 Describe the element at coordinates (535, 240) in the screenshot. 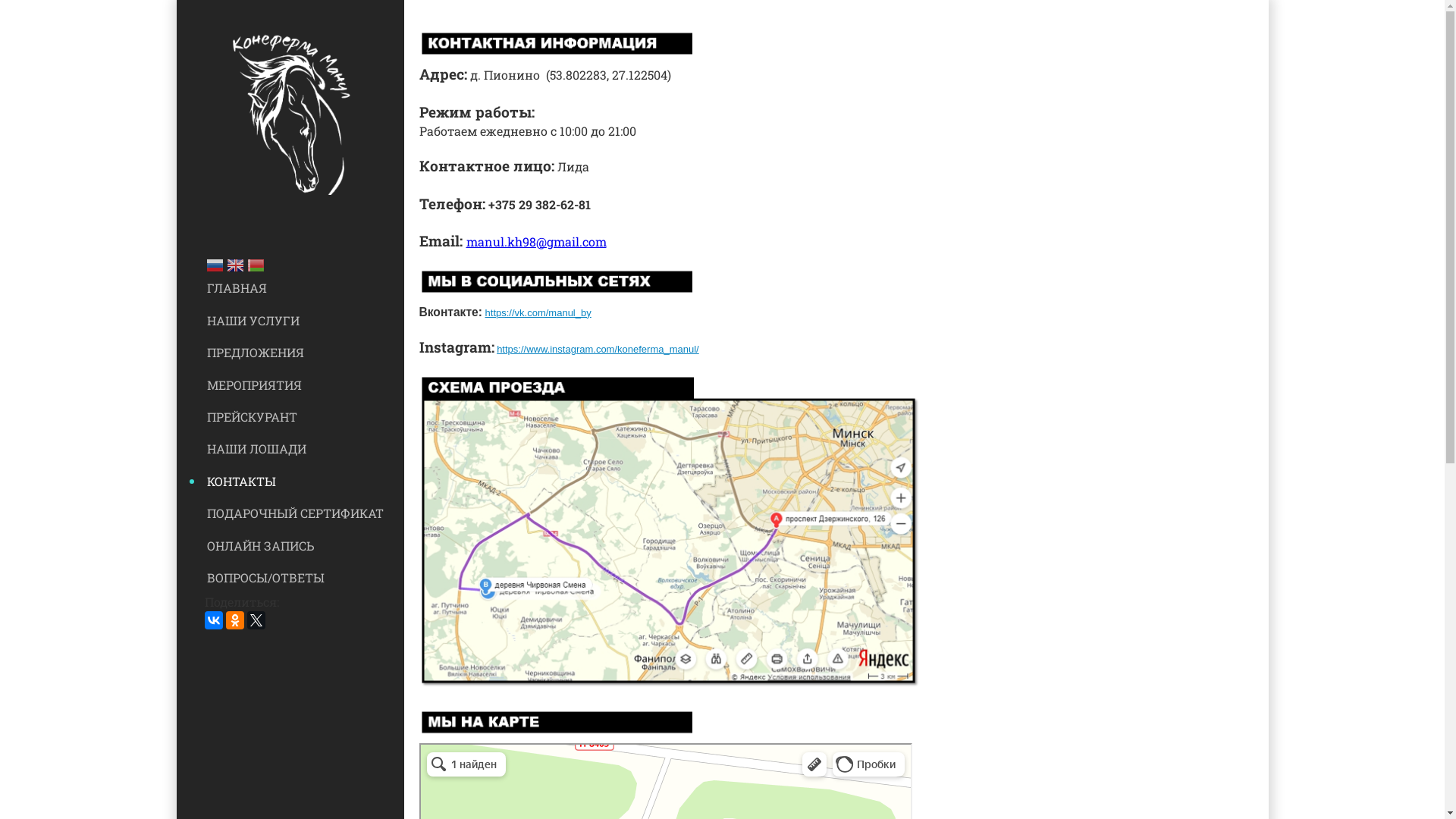

I see `'manul.kh98@gmail.com'` at that location.